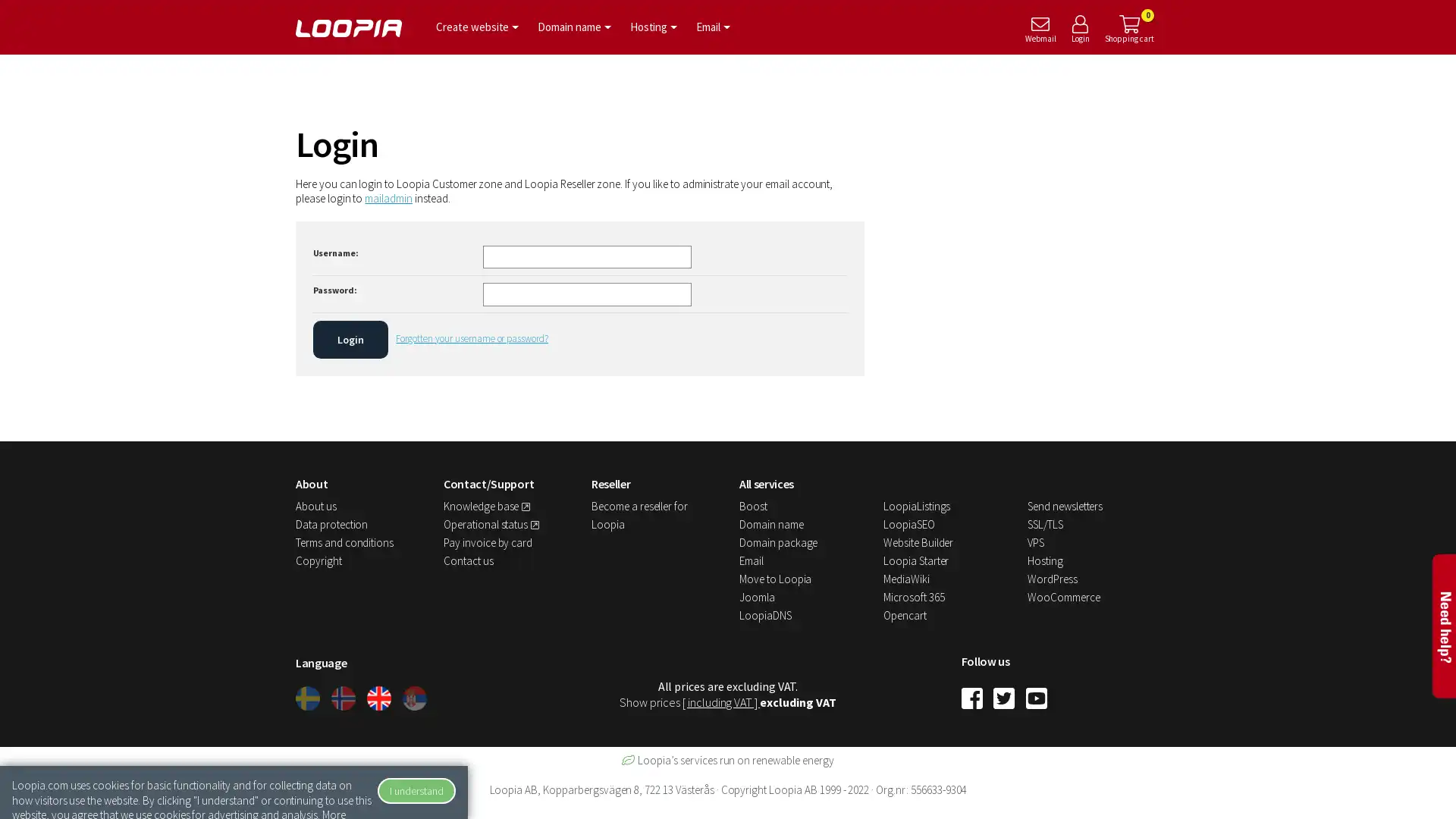 The width and height of the screenshot is (1456, 819). I want to click on Login, so click(349, 338).